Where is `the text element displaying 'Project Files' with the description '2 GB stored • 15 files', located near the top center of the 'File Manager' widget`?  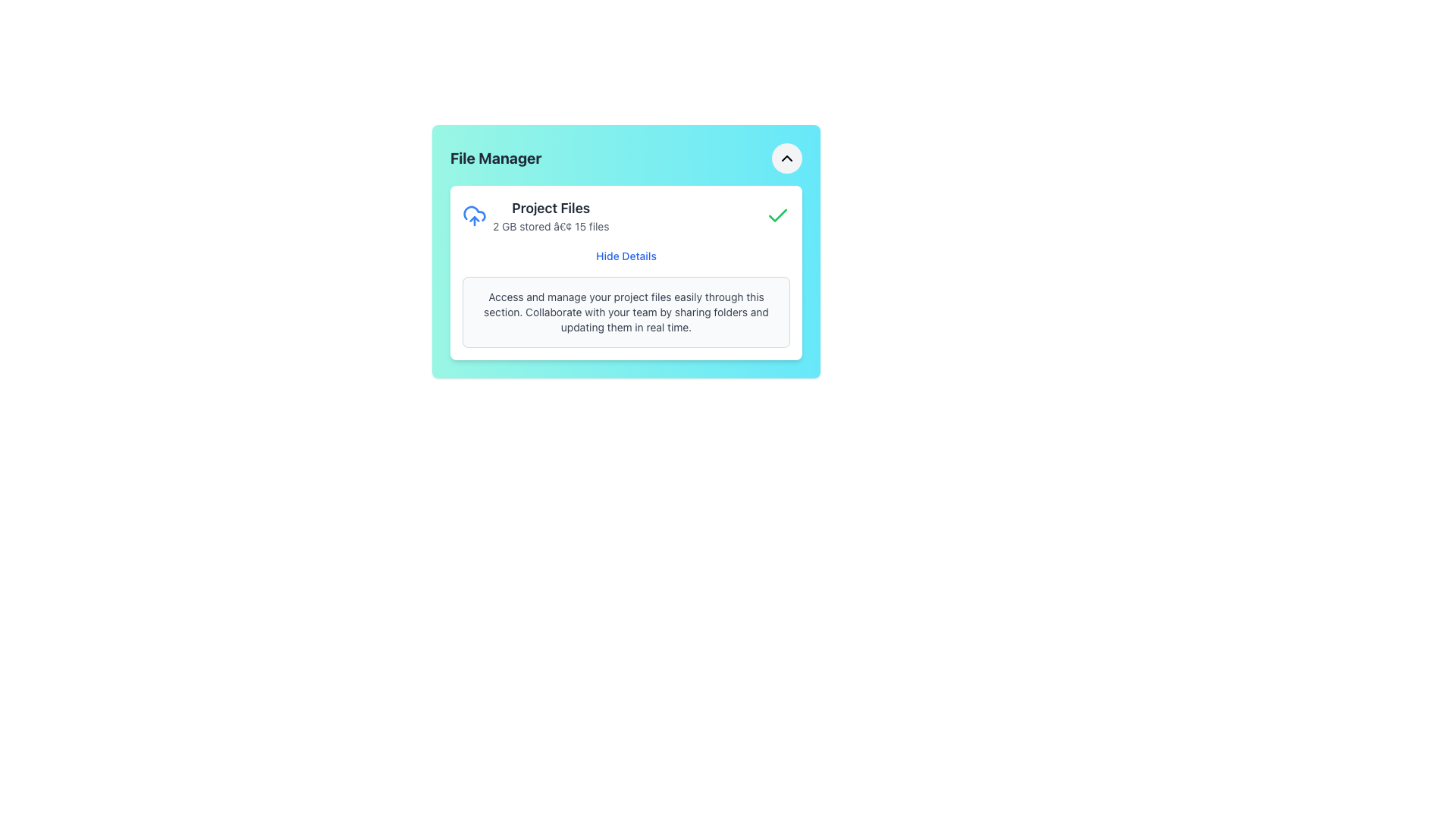 the text element displaying 'Project Files' with the description '2 GB stored • 15 files', located near the top center of the 'File Manager' widget is located at coordinates (550, 216).